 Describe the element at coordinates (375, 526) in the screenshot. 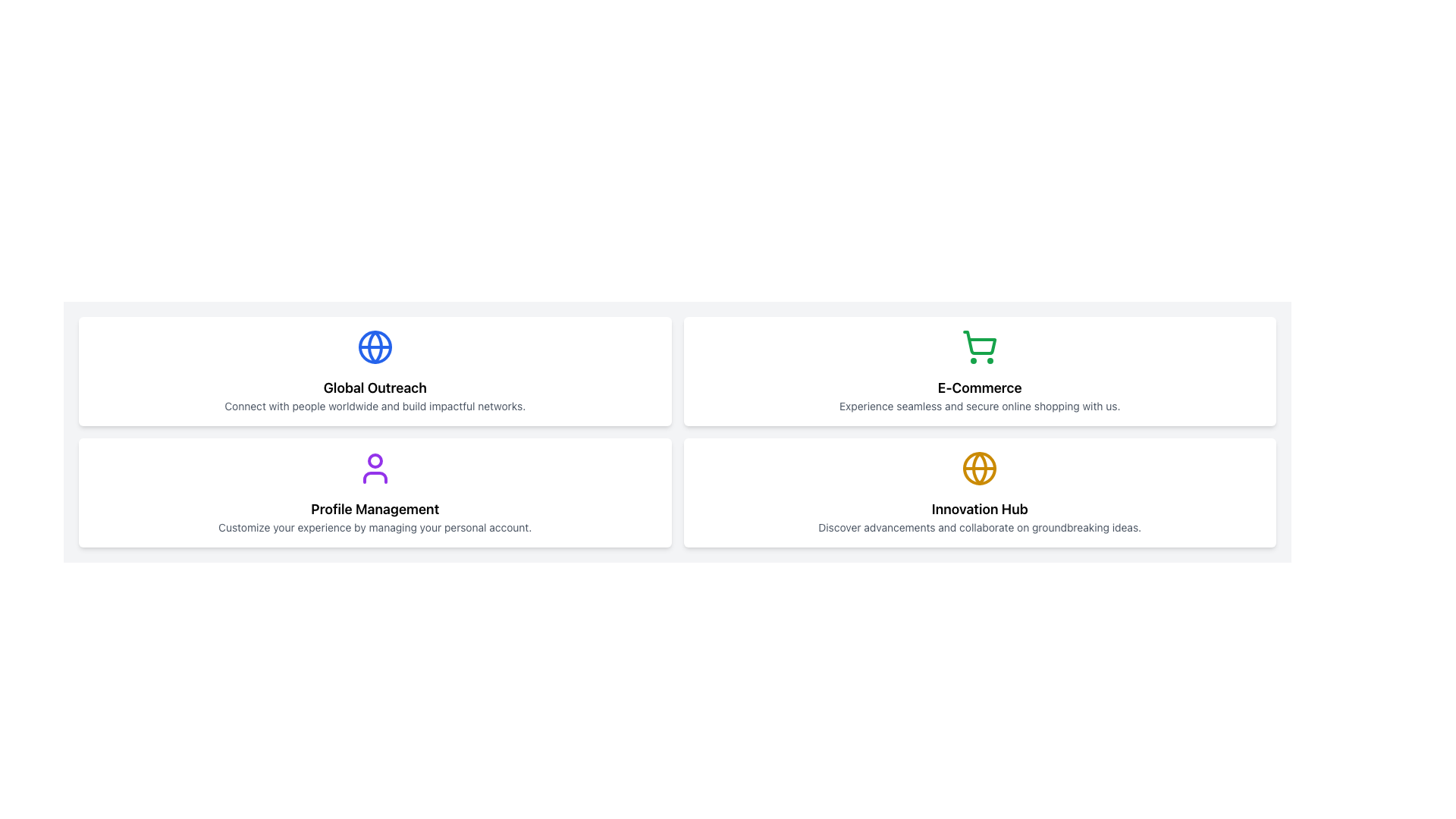

I see `the text 'Customize your experience by managing your personal account.' which is located below the heading 'Profile Management' in a white card` at that location.